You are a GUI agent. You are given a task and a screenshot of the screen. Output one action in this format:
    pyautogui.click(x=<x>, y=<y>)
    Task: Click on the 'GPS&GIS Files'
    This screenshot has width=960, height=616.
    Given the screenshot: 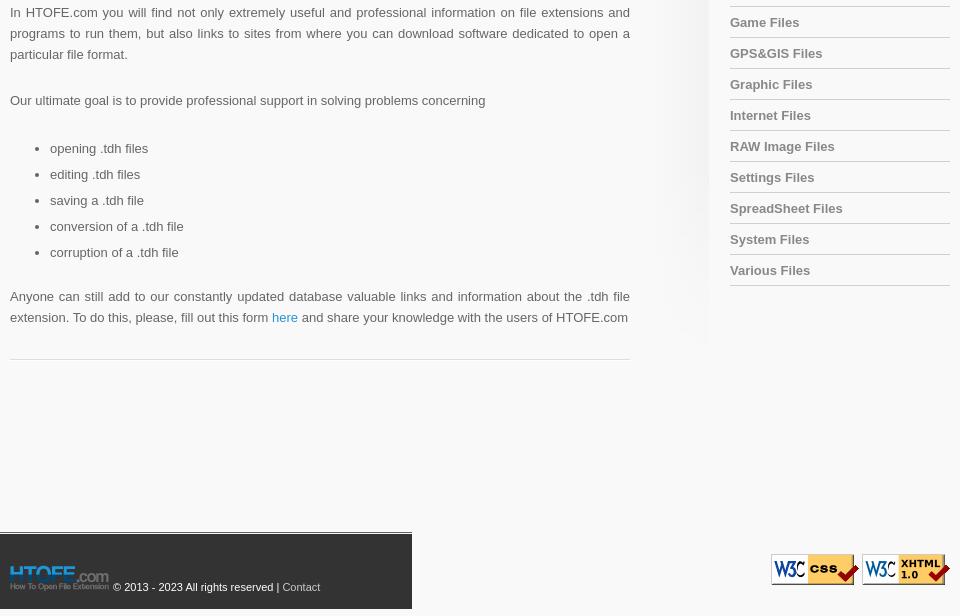 What is the action you would take?
    pyautogui.click(x=774, y=53)
    